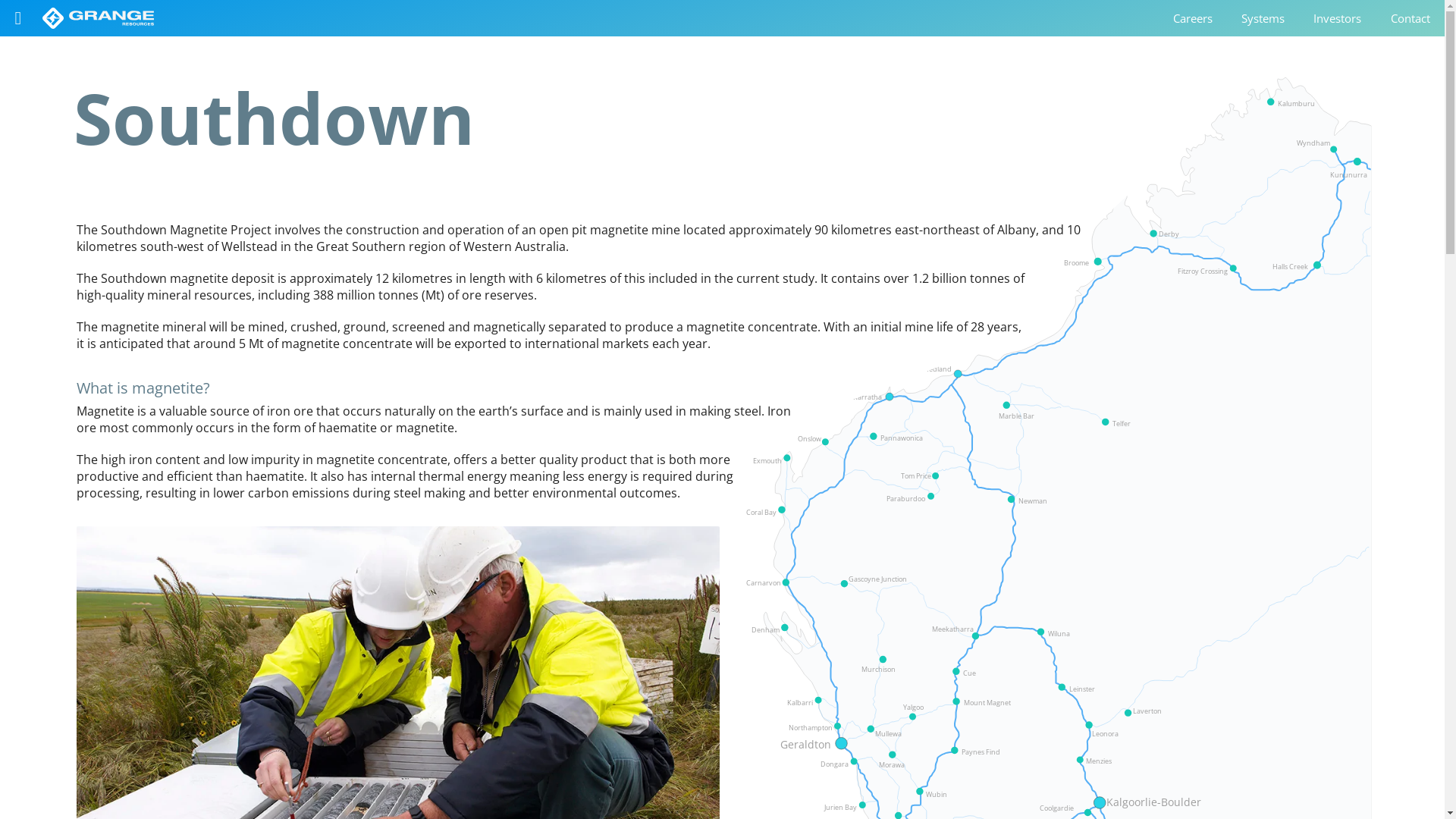 This screenshot has height=819, width=1456. What do you see at coordinates (18, 17) in the screenshot?
I see `'Open the menu'` at bounding box center [18, 17].